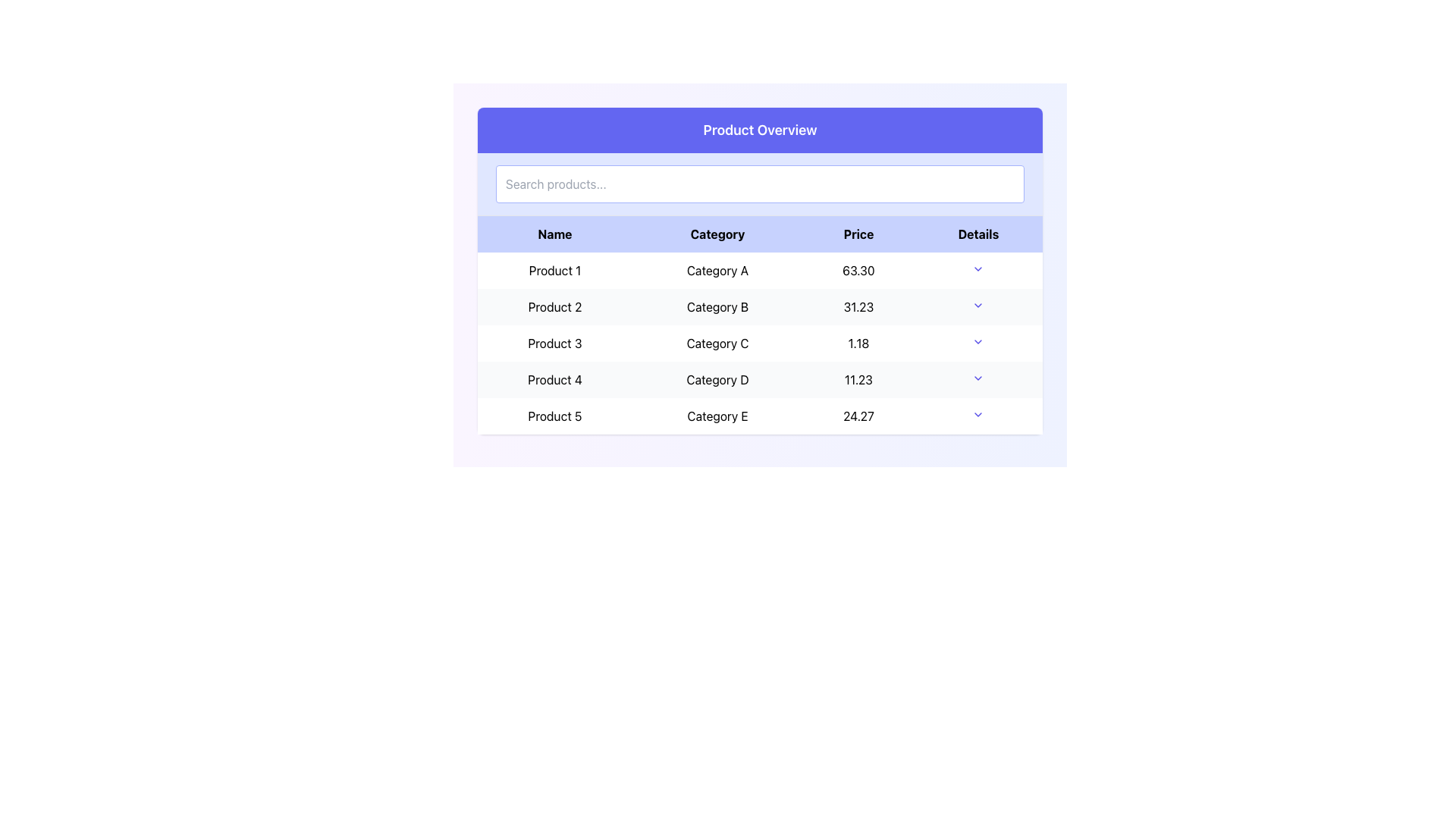  I want to click on the downward-pointing indigo chevron icon located in the 'Details' column of the first row of the table, so click(978, 268).